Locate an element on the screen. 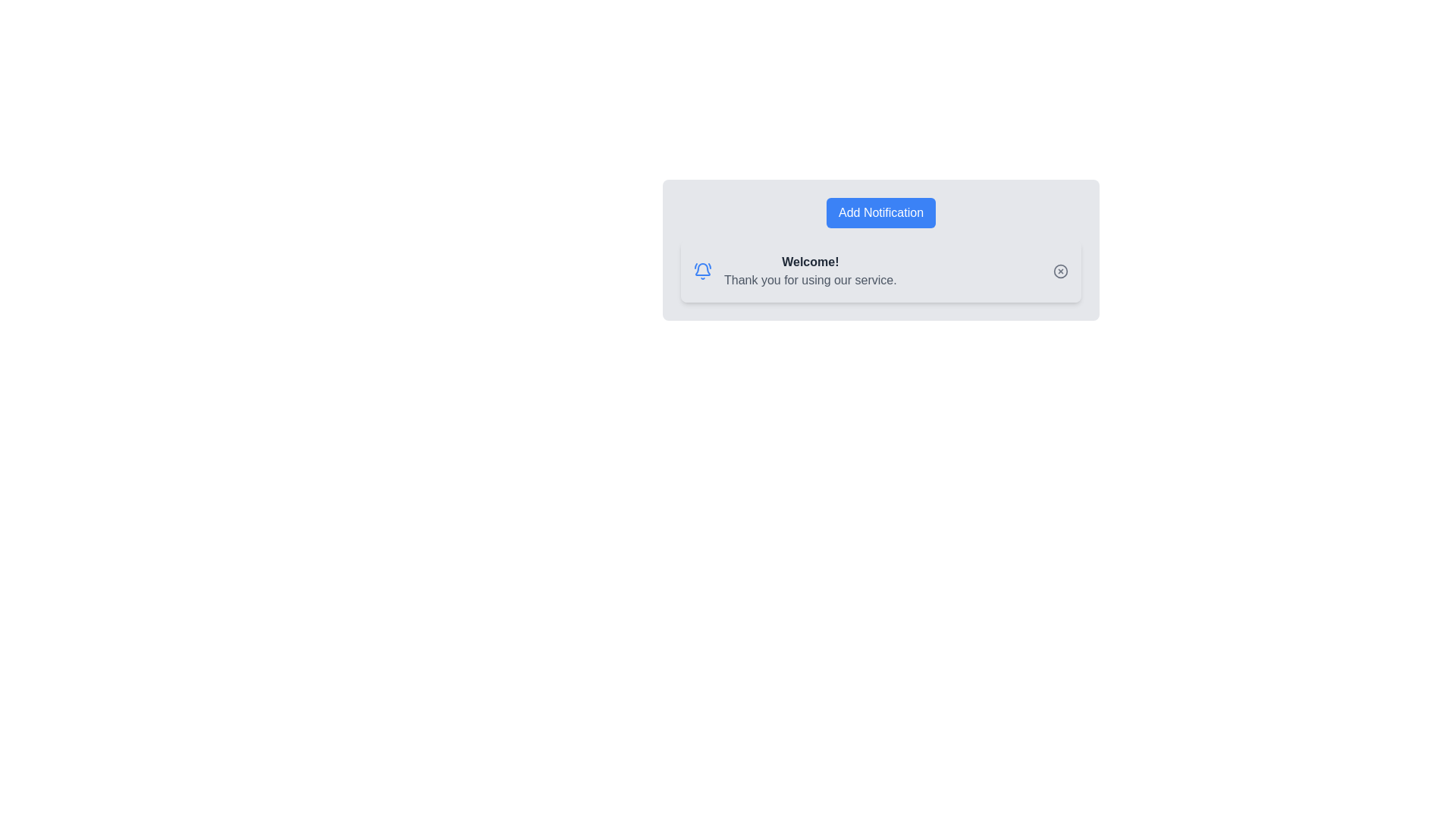 The width and height of the screenshot is (1456, 819). the notification or alert icon located at the far left of the text block 'Welcome! Thank you for using our service.' is located at coordinates (701, 271).